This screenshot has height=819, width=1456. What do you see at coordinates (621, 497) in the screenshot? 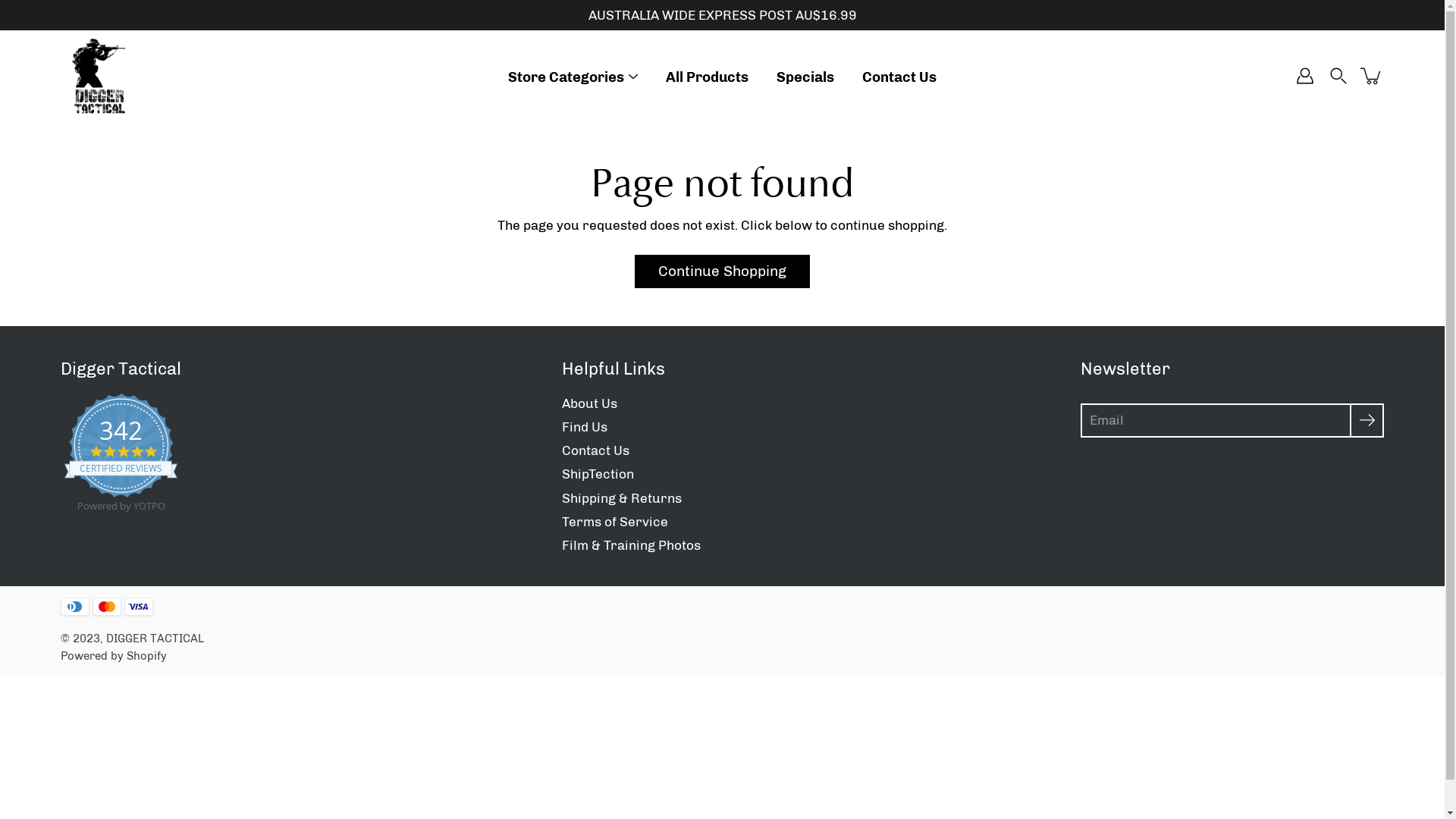
I see `'Shipping & Returns'` at bounding box center [621, 497].